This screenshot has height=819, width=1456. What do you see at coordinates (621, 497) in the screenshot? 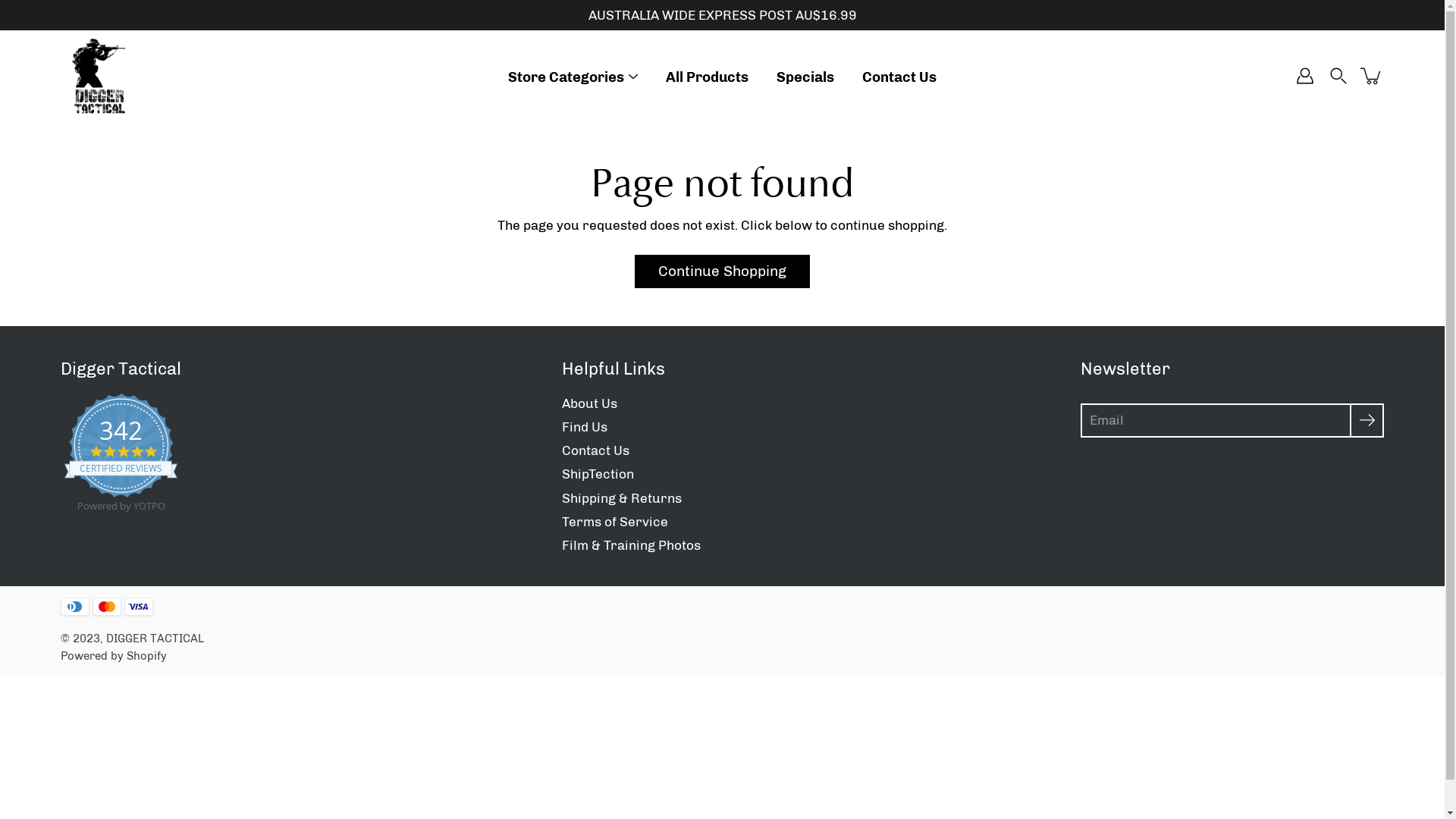
I see `'Shipping & Returns'` at bounding box center [621, 497].